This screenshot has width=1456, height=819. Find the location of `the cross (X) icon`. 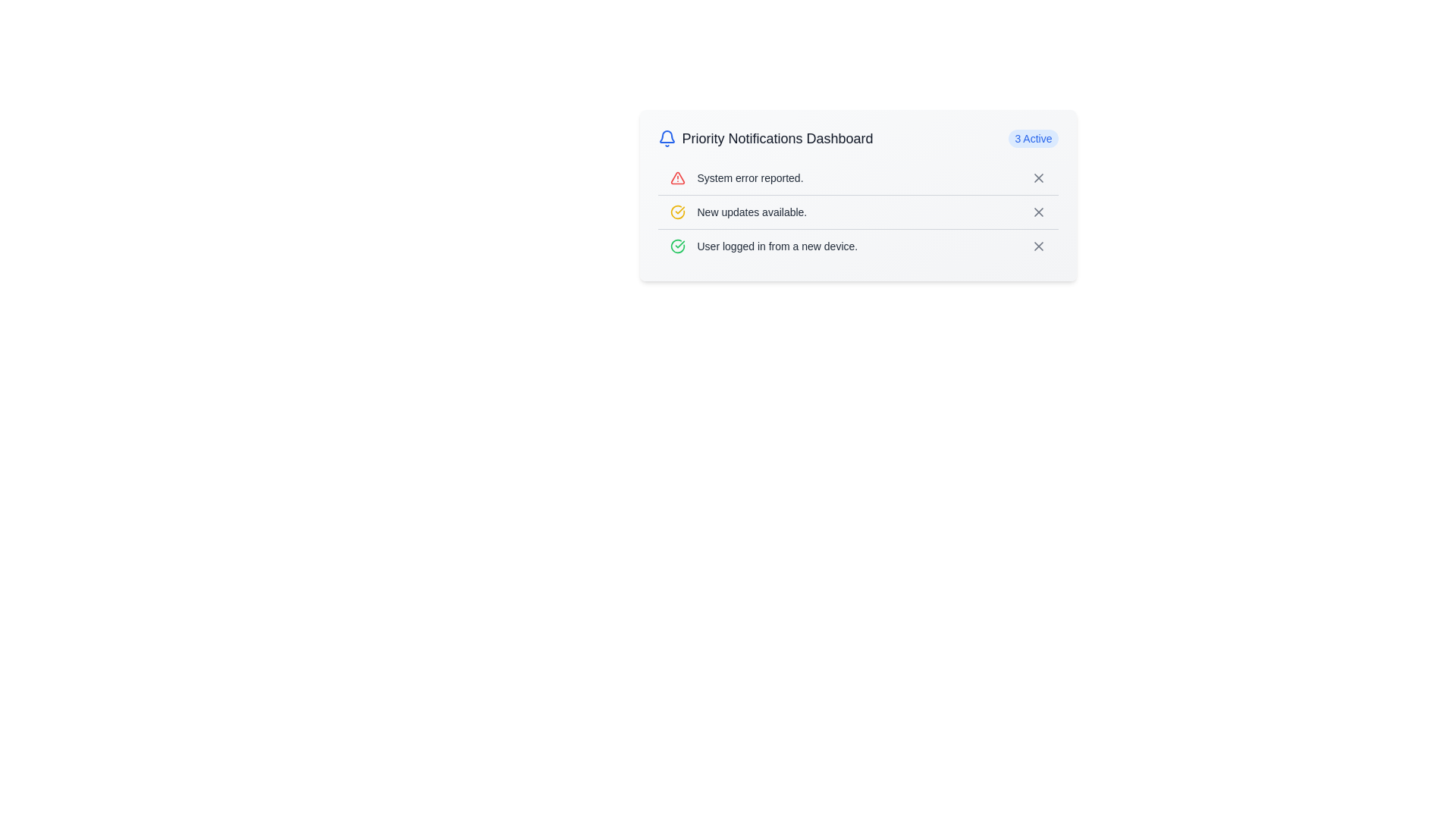

the cross (X) icon is located at coordinates (1037, 212).